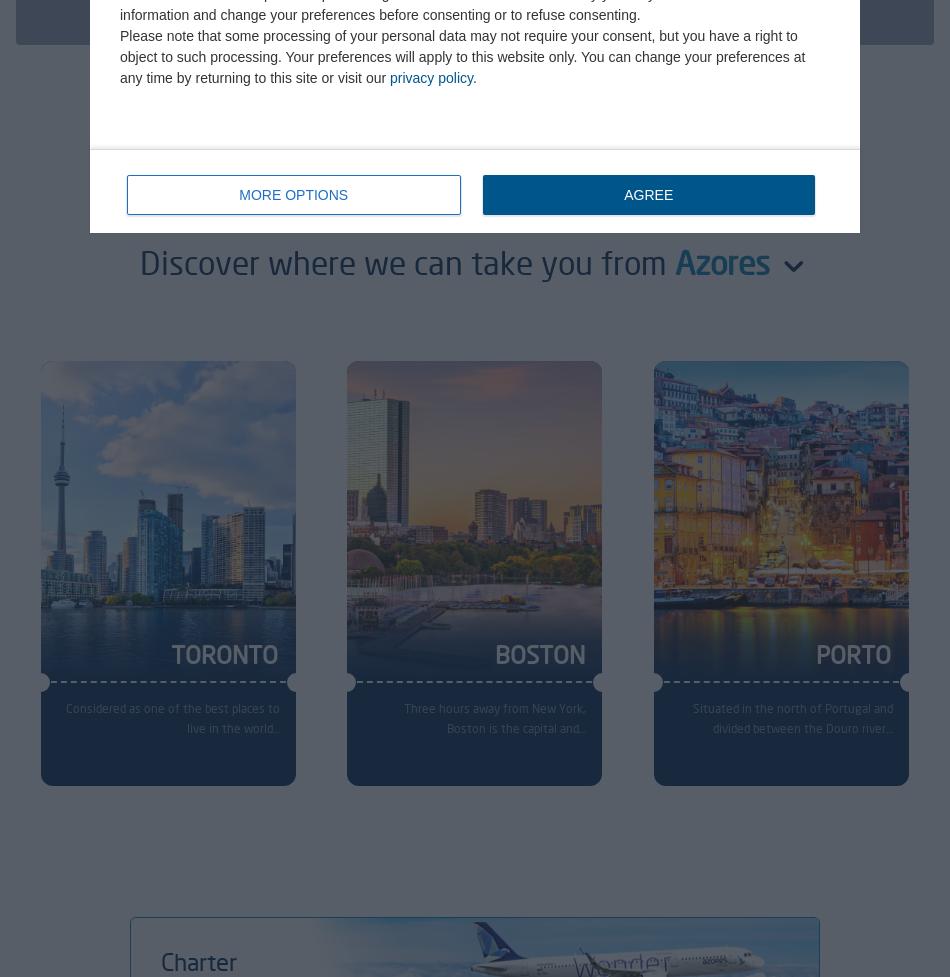  Describe the element at coordinates (721, 262) in the screenshot. I see `'Azores'` at that location.